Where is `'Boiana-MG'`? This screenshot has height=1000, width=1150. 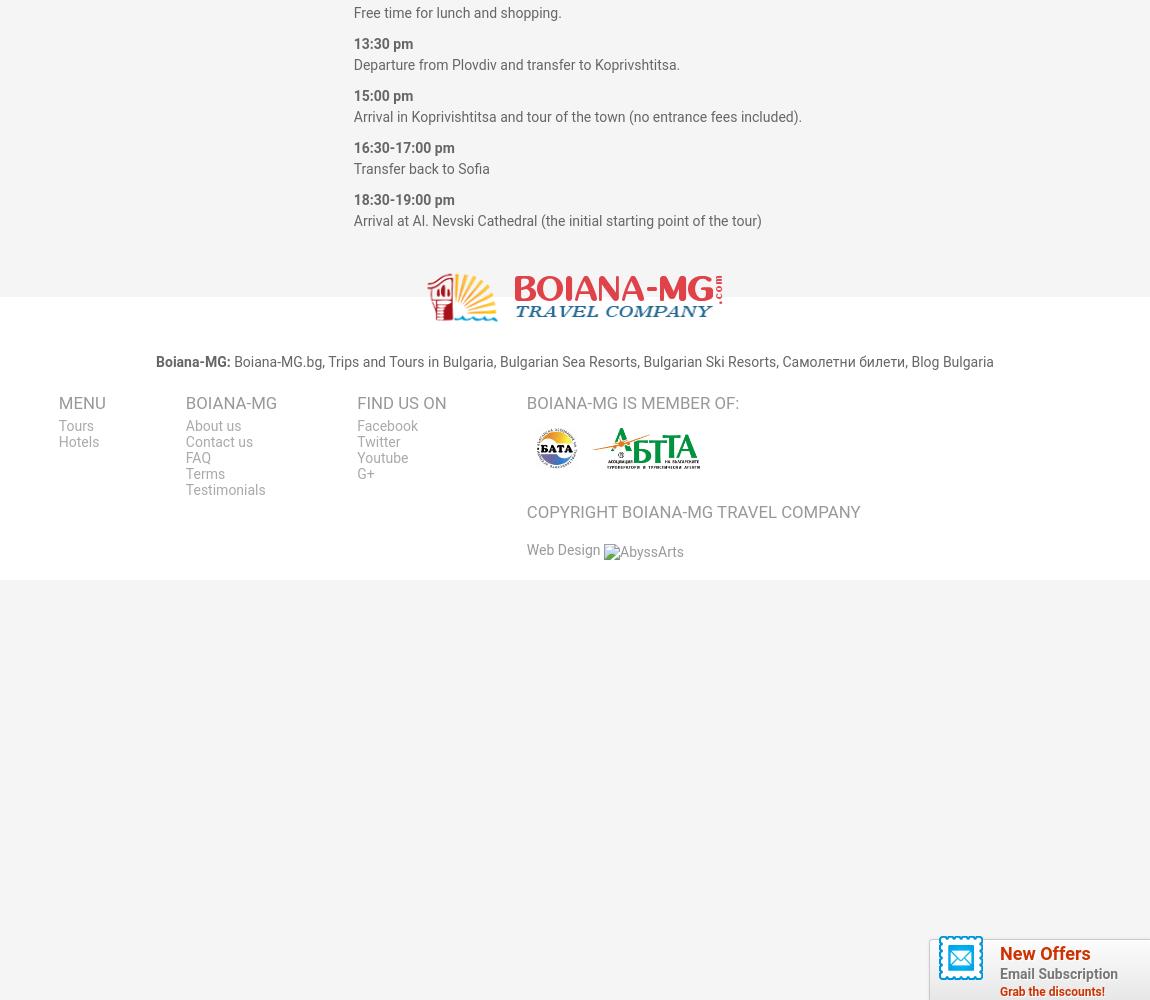 'Boiana-MG' is located at coordinates (666, 512).